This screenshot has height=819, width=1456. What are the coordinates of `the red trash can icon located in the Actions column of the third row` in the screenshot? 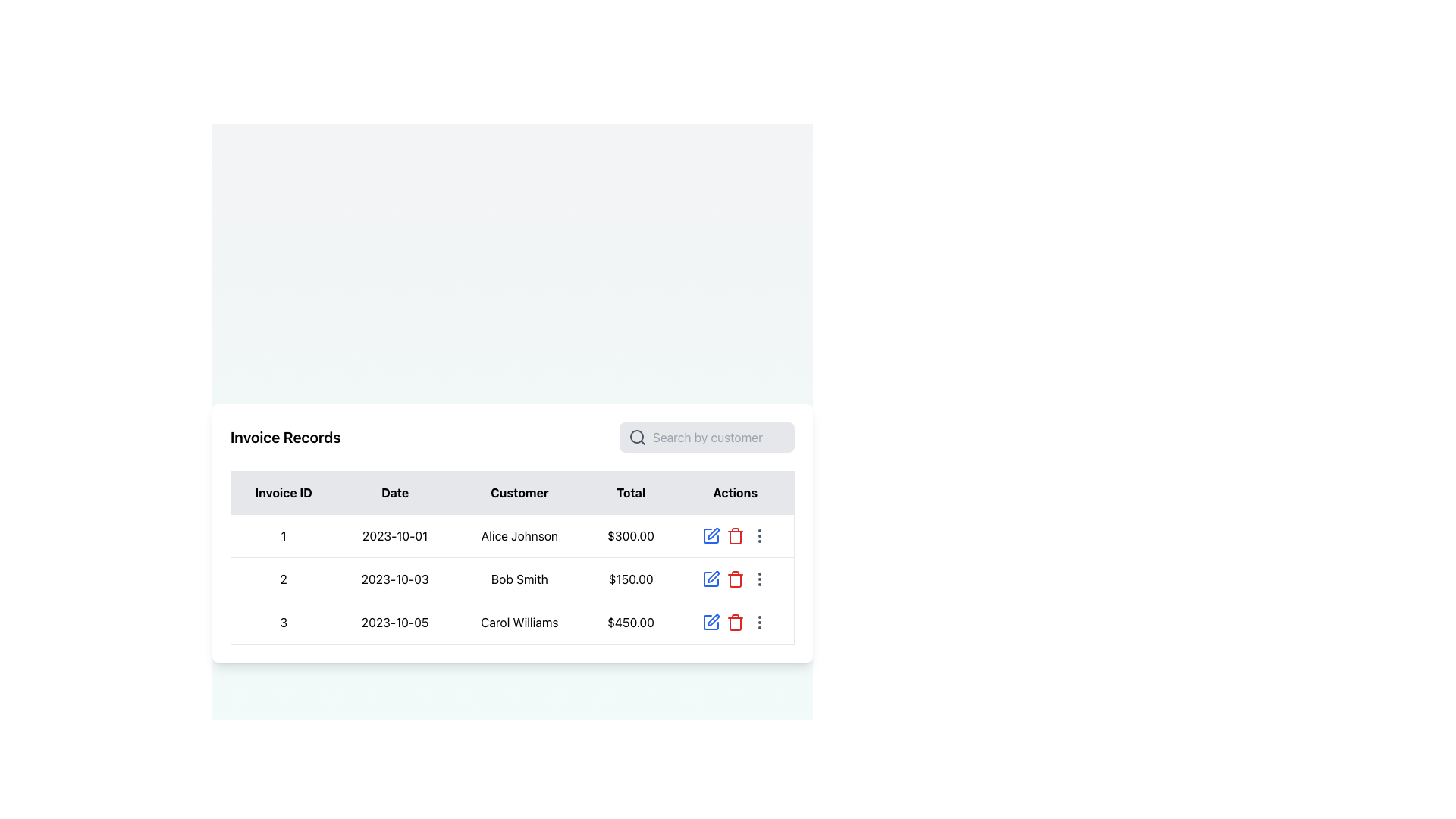 It's located at (735, 580).